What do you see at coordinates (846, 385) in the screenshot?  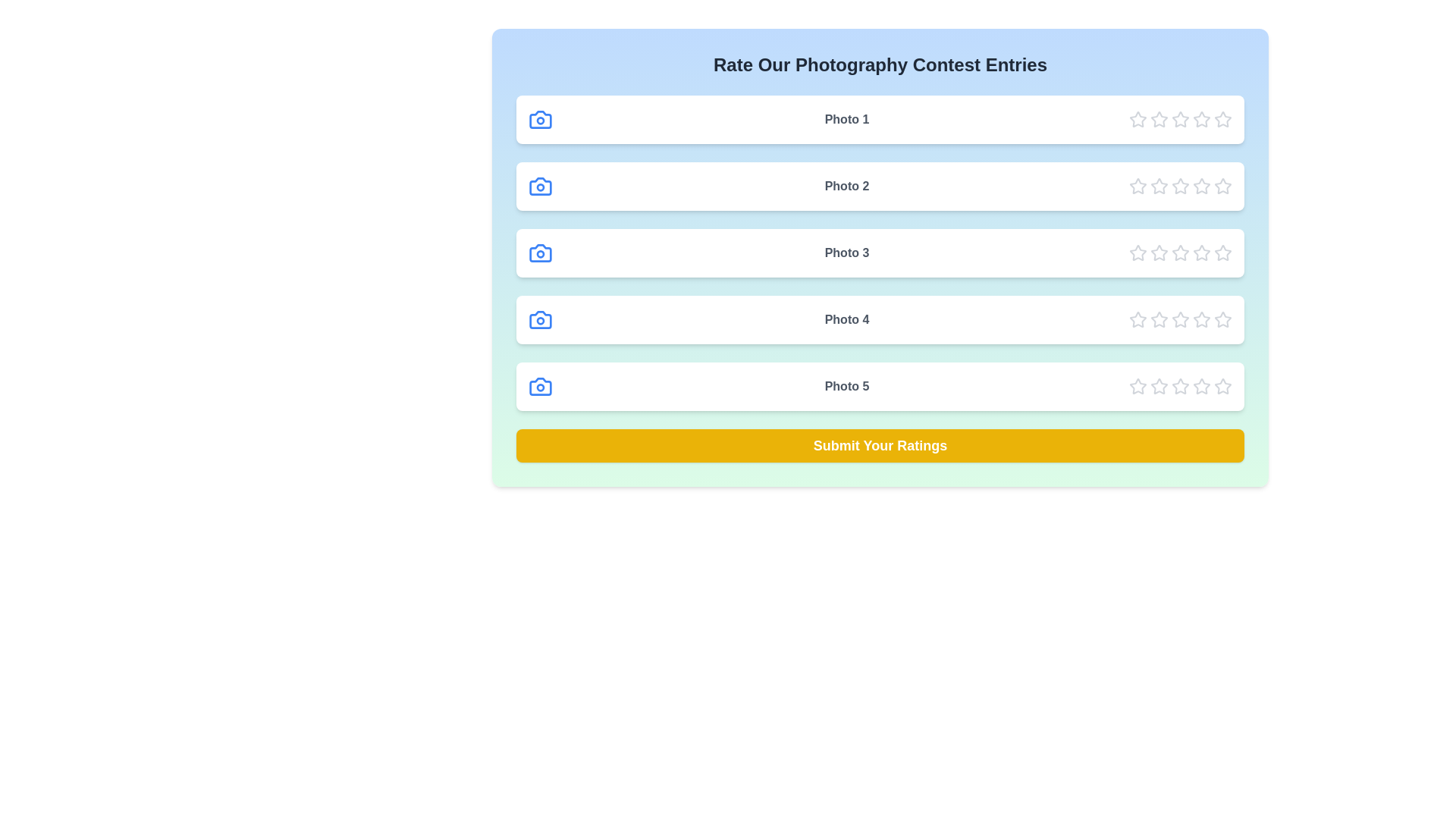 I see `the photo title Photo 5 to select or highlight it` at bounding box center [846, 385].